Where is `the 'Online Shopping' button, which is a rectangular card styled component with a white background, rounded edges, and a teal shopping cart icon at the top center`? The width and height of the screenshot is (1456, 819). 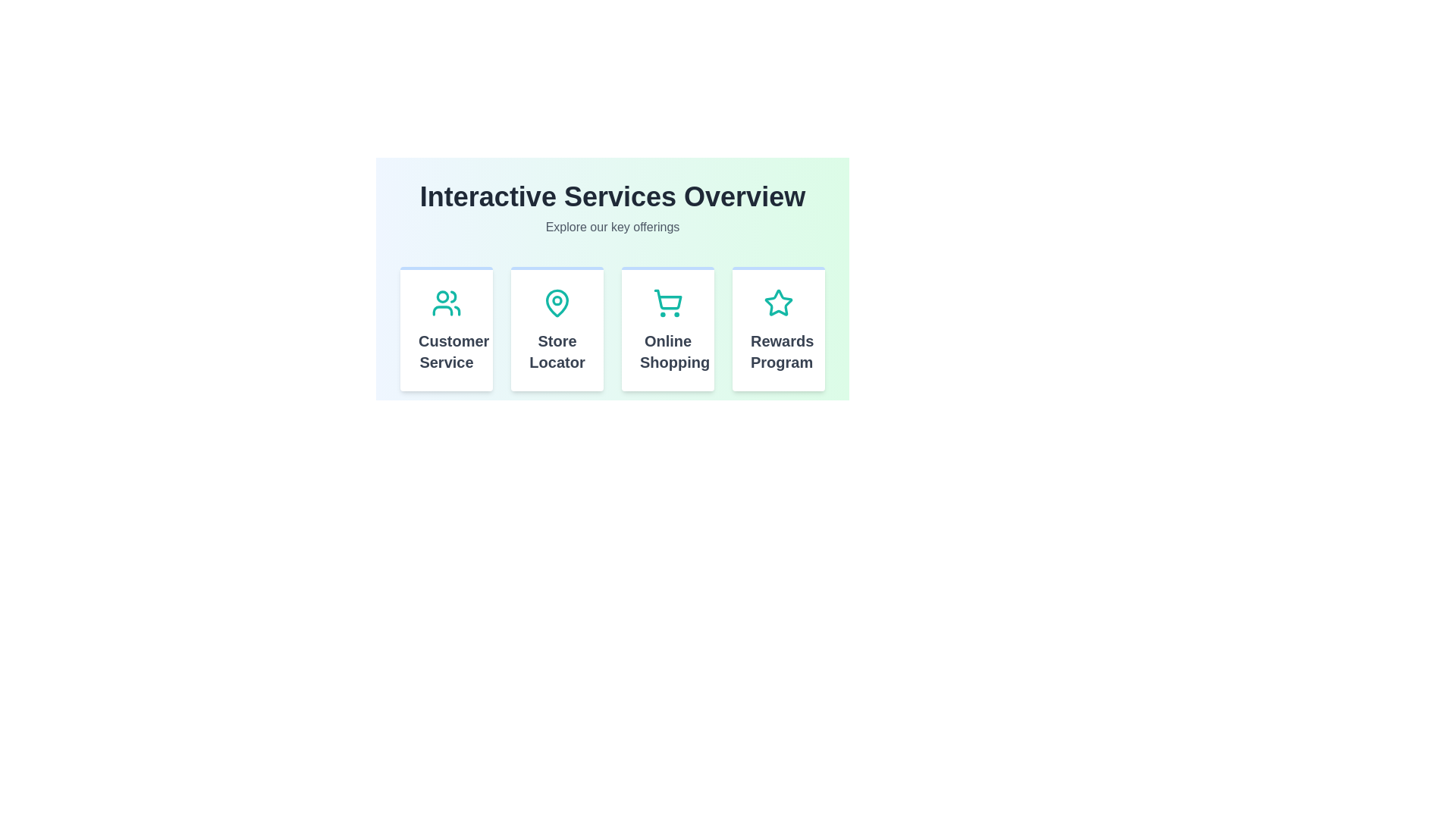 the 'Online Shopping' button, which is a rectangular card styled component with a white background, rounded edges, and a teal shopping cart icon at the top center is located at coordinates (667, 328).